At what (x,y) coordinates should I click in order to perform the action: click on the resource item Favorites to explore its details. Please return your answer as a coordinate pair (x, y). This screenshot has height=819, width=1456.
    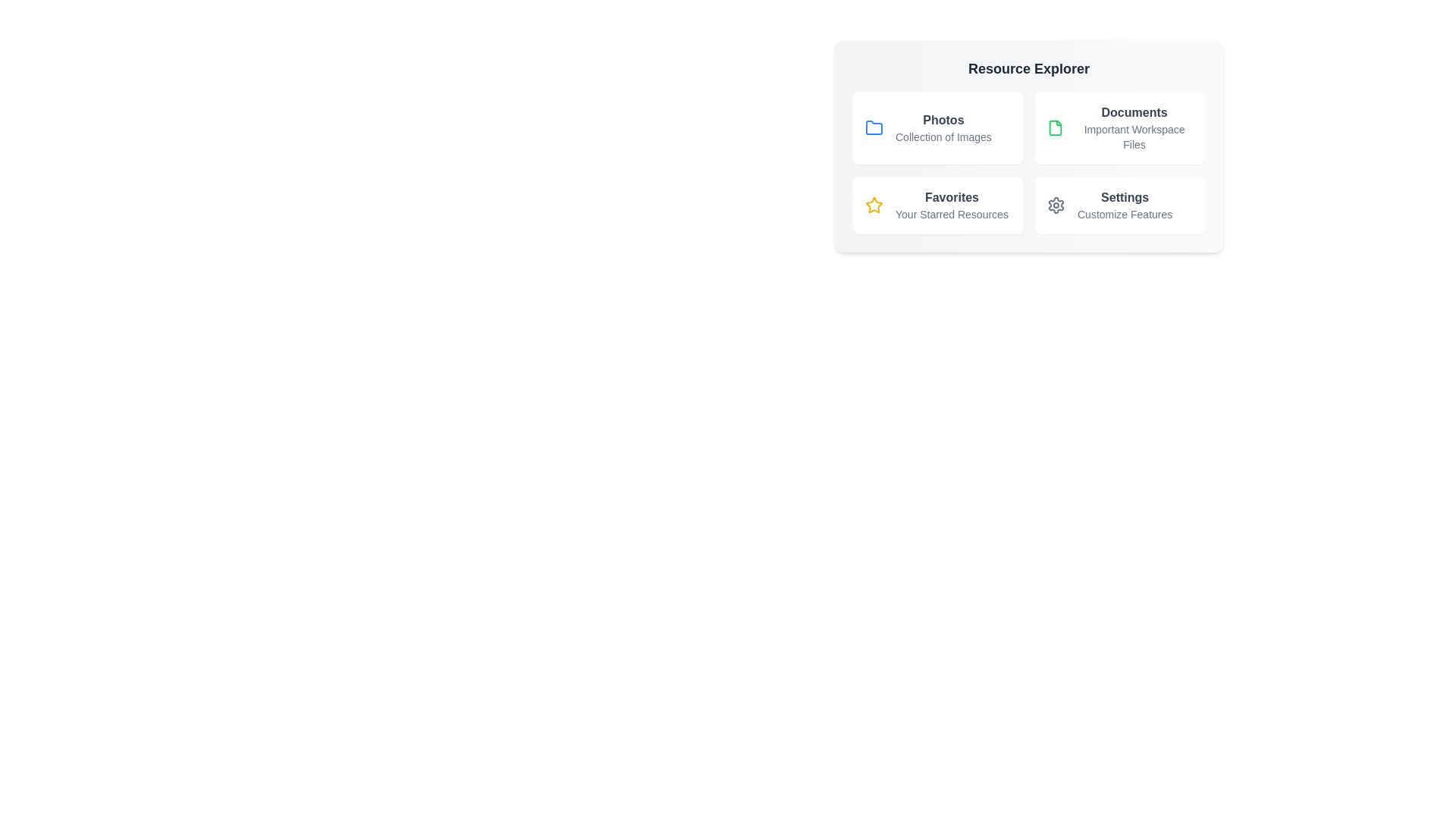
    Looking at the image, I should click on (937, 205).